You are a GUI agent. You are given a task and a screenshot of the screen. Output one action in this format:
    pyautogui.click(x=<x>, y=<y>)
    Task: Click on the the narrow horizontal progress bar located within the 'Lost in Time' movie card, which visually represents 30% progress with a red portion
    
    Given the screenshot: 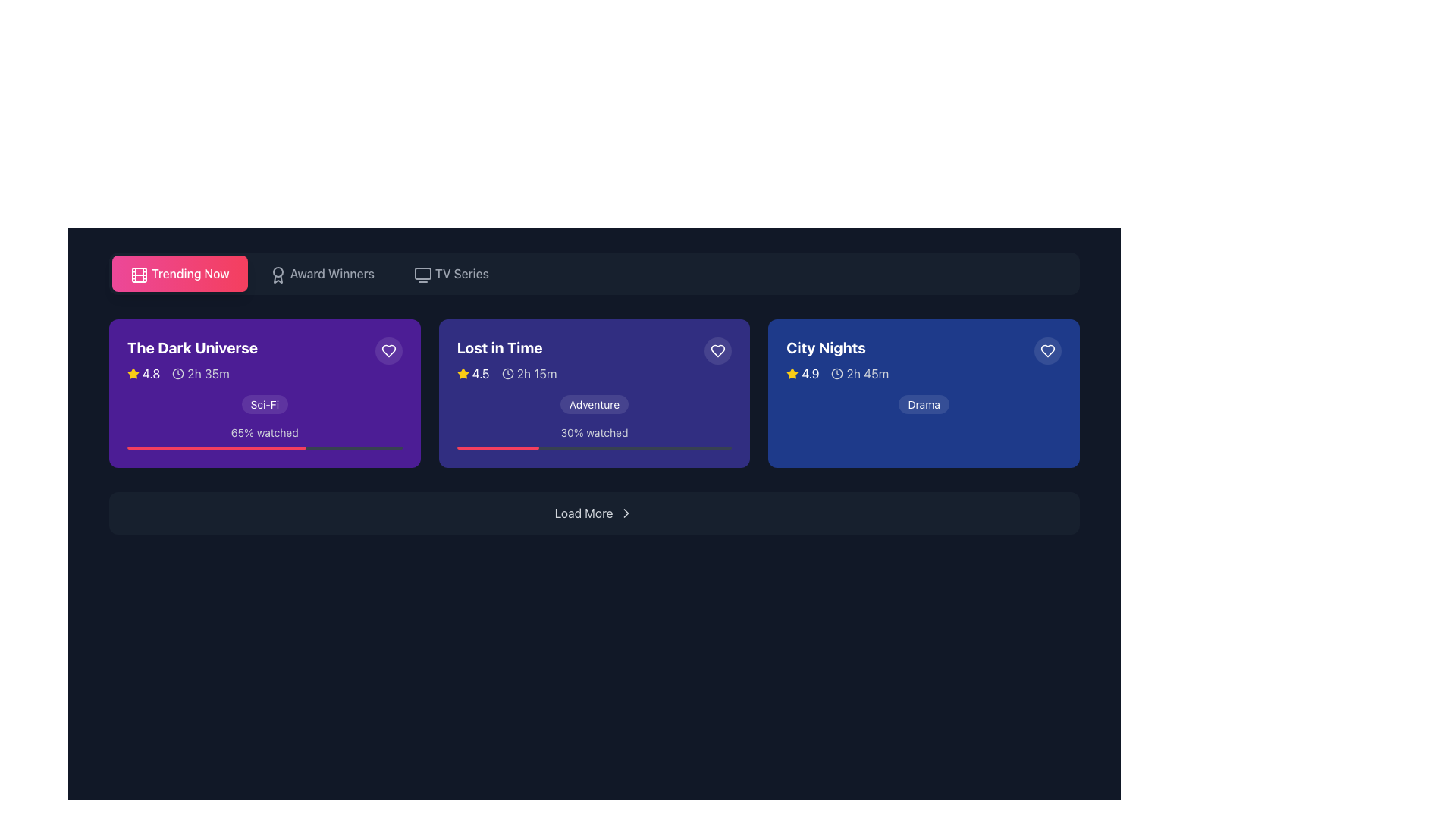 What is the action you would take?
    pyautogui.click(x=593, y=447)
    